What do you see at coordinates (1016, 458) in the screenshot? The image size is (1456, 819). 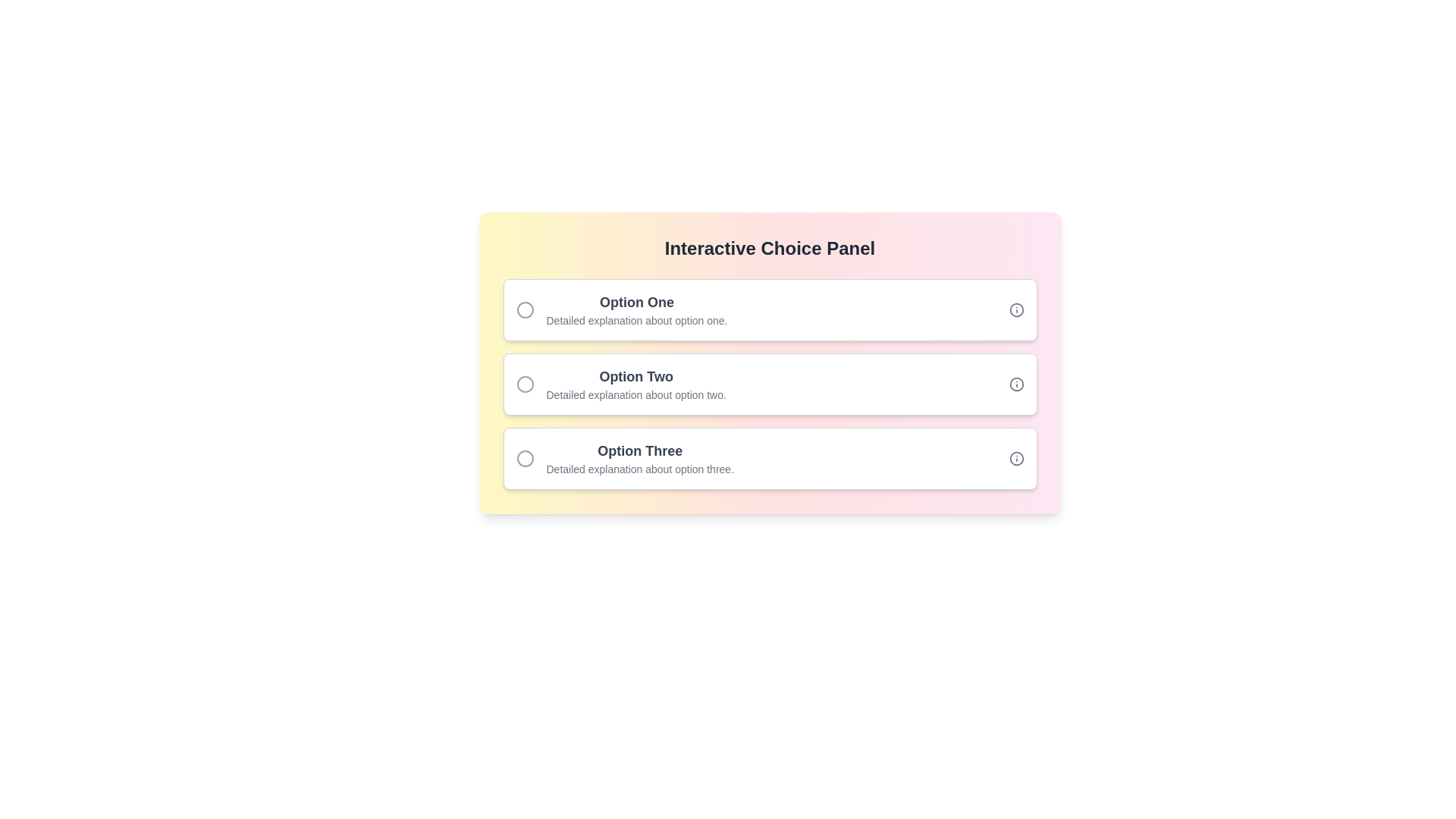 I see `the SVG graphical element that serves as an informational icon located to the right side of the third option in a vertical stacked list of options` at bounding box center [1016, 458].